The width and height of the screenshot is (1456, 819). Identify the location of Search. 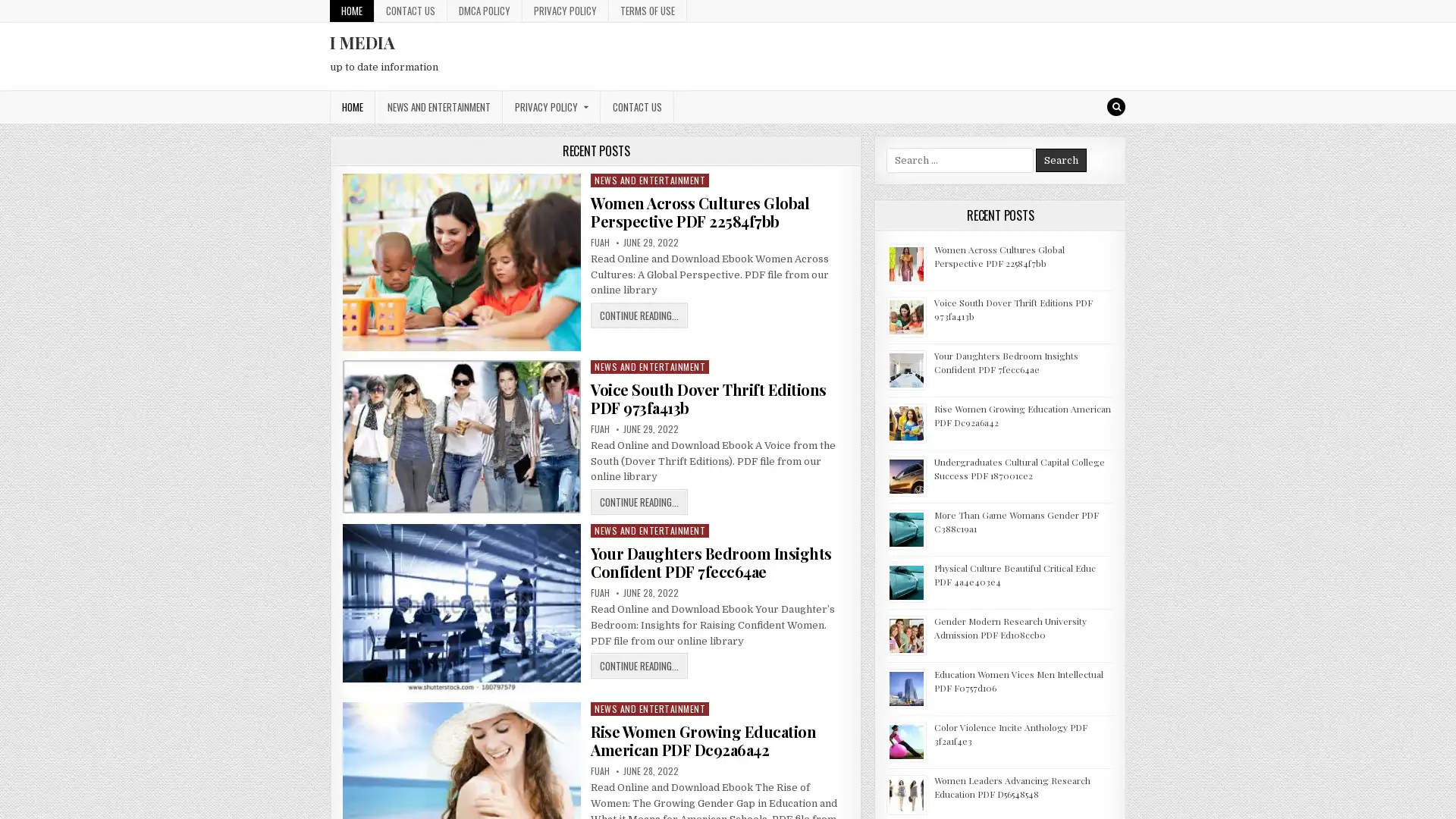
(1060, 160).